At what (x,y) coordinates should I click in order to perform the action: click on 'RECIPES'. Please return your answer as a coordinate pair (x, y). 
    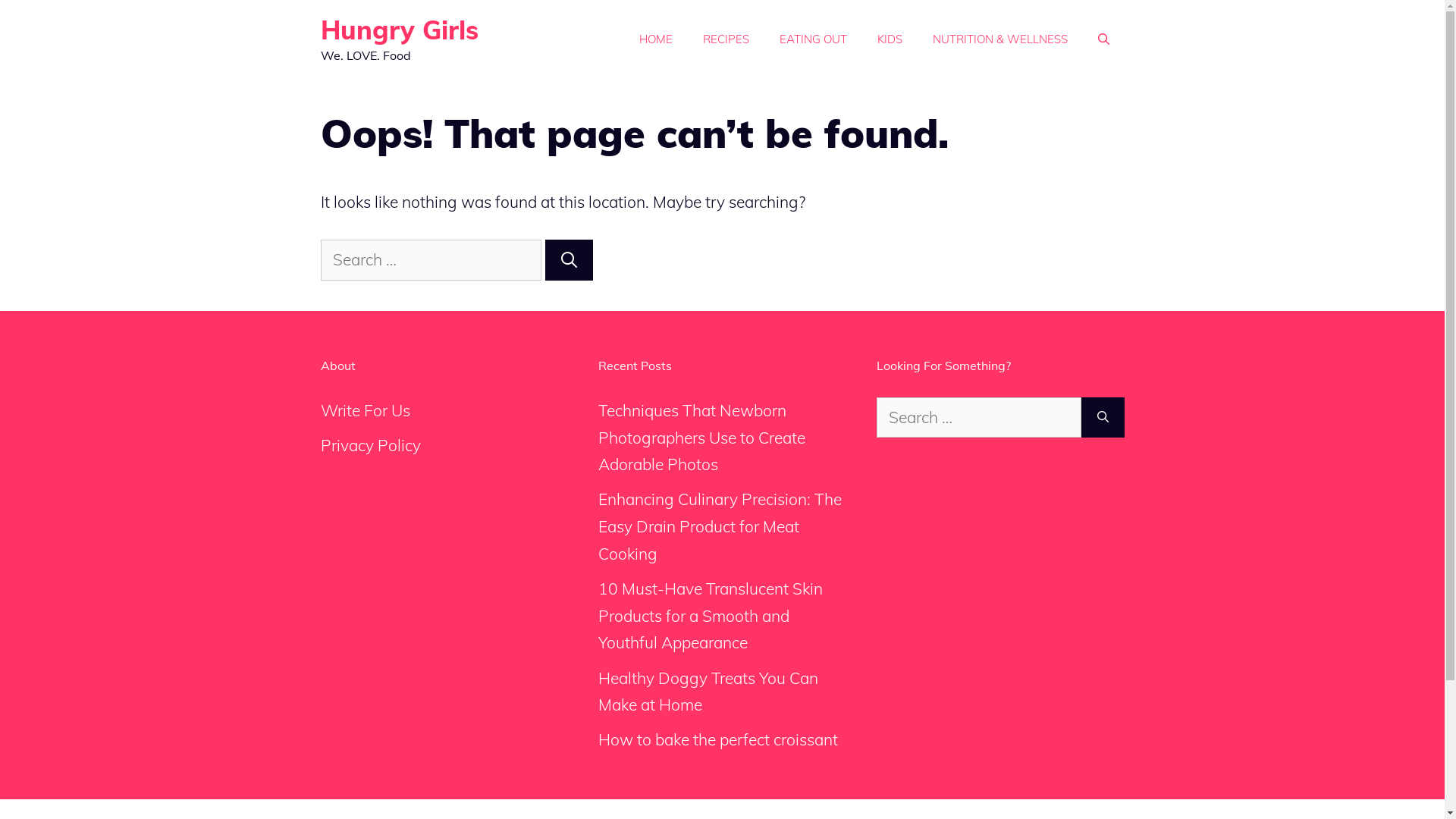
    Looking at the image, I should click on (724, 38).